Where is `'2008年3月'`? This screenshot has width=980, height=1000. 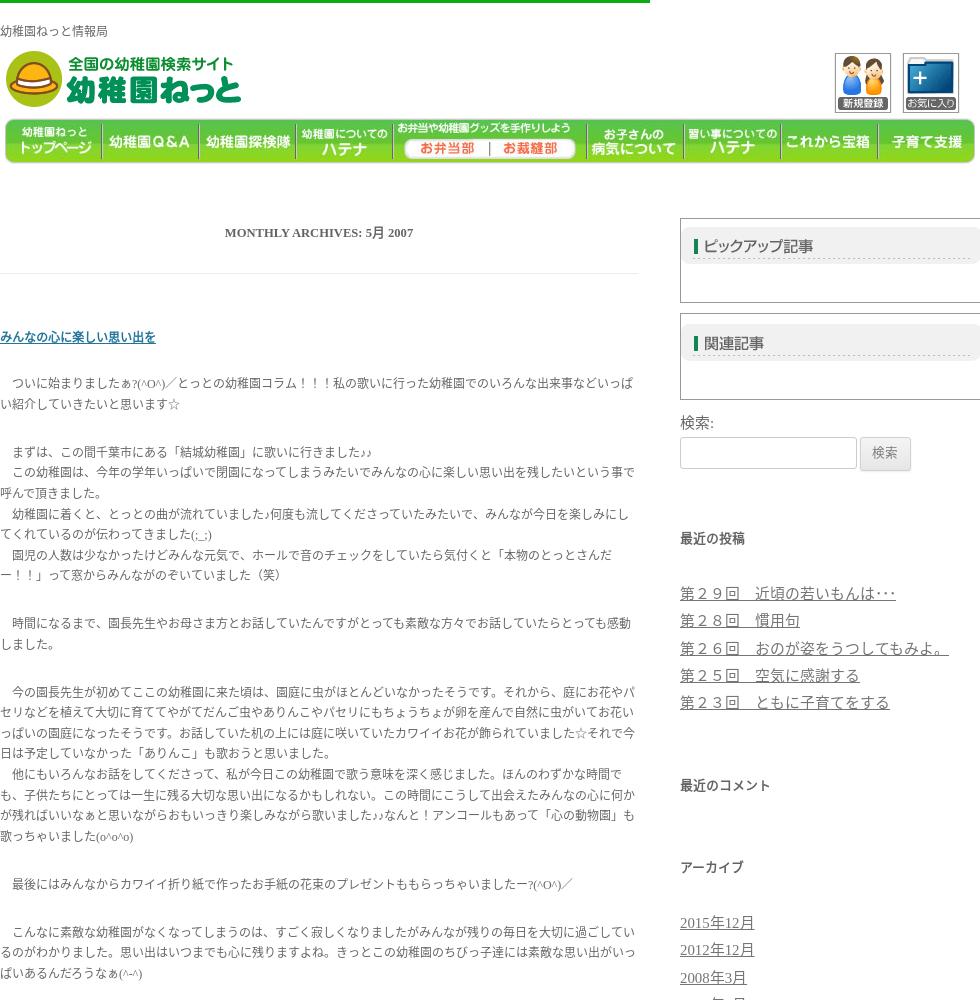 '2008年3月' is located at coordinates (680, 976).